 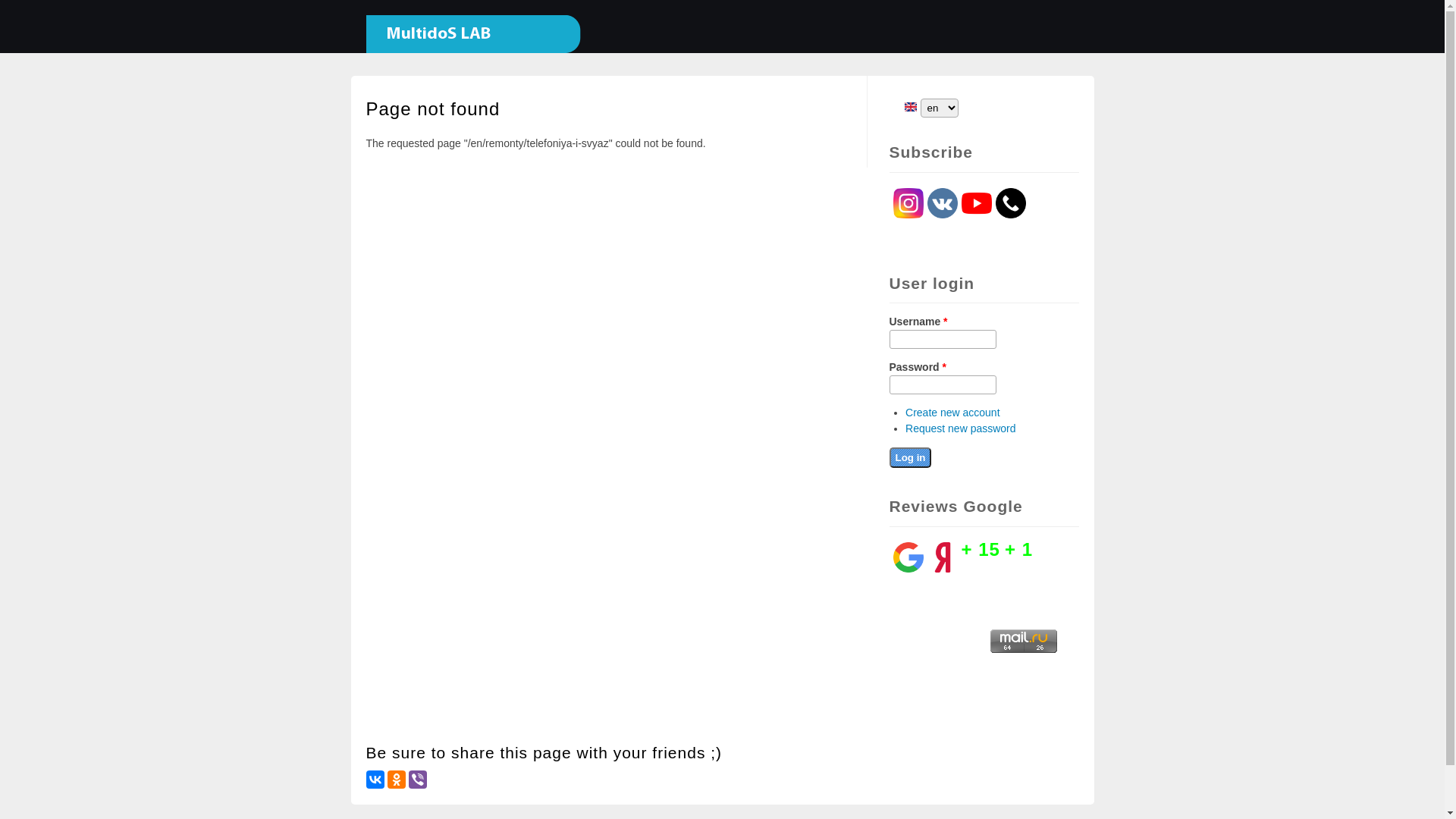 What do you see at coordinates (981, 548) in the screenshot?
I see `'+ 15'` at bounding box center [981, 548].